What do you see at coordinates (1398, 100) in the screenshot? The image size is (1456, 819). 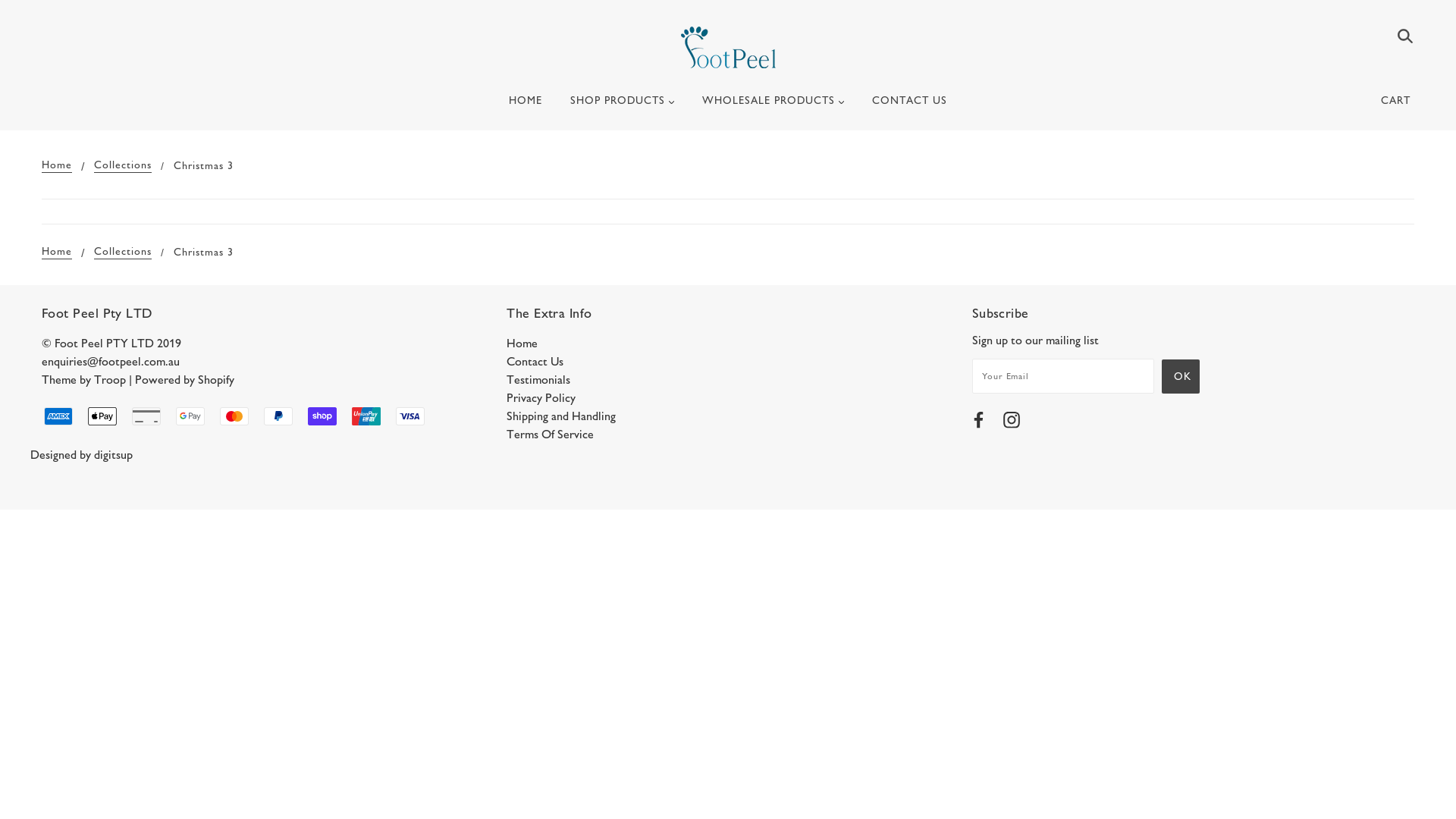 I see `'CART'` at bounding box center [1398, 100].